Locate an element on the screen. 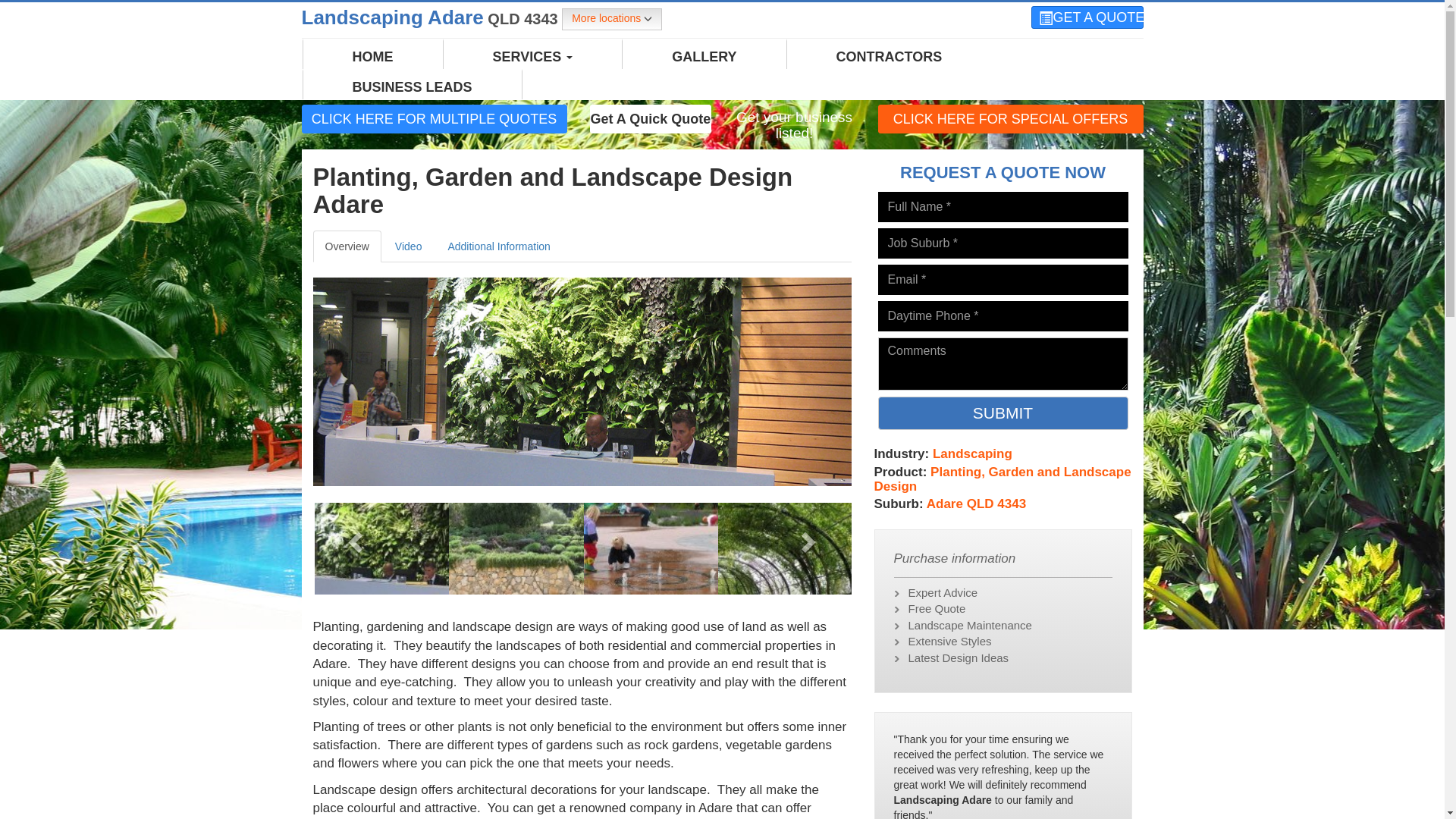 The image size is (1456, 819). 'CLICK HERE FOR MULTIPLE QUOTES' is located at coordinates (433, 118).